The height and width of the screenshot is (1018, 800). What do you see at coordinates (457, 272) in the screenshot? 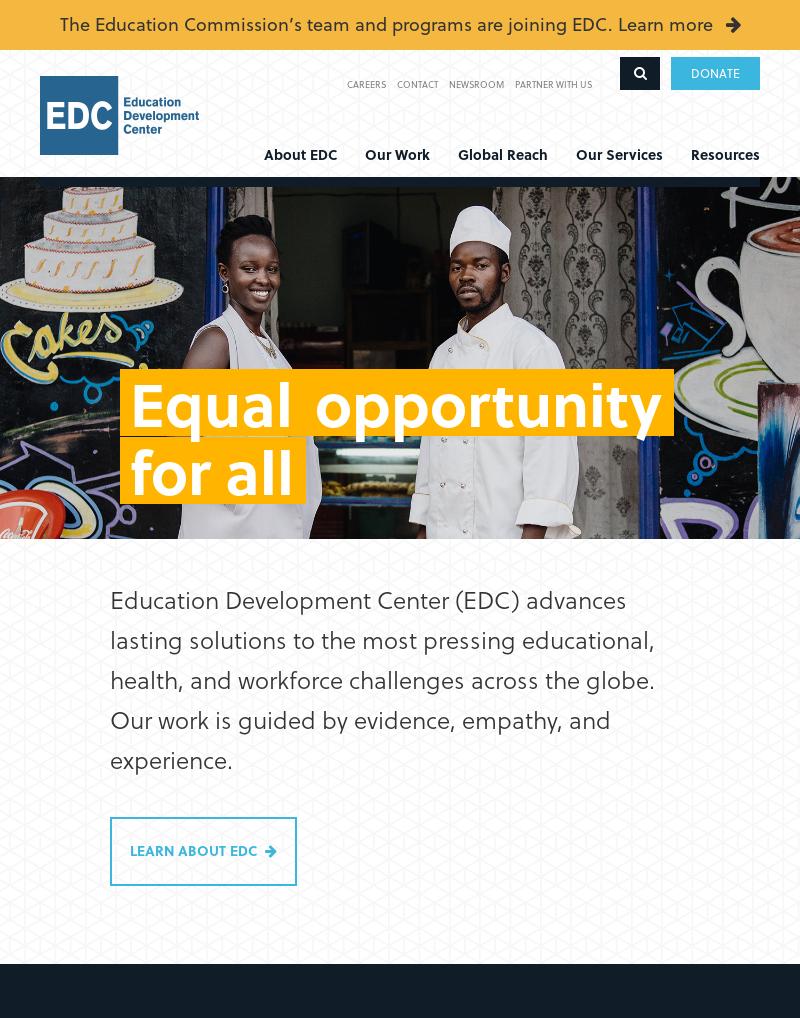
I see `'Europe'` at bounding box center [457, 272].